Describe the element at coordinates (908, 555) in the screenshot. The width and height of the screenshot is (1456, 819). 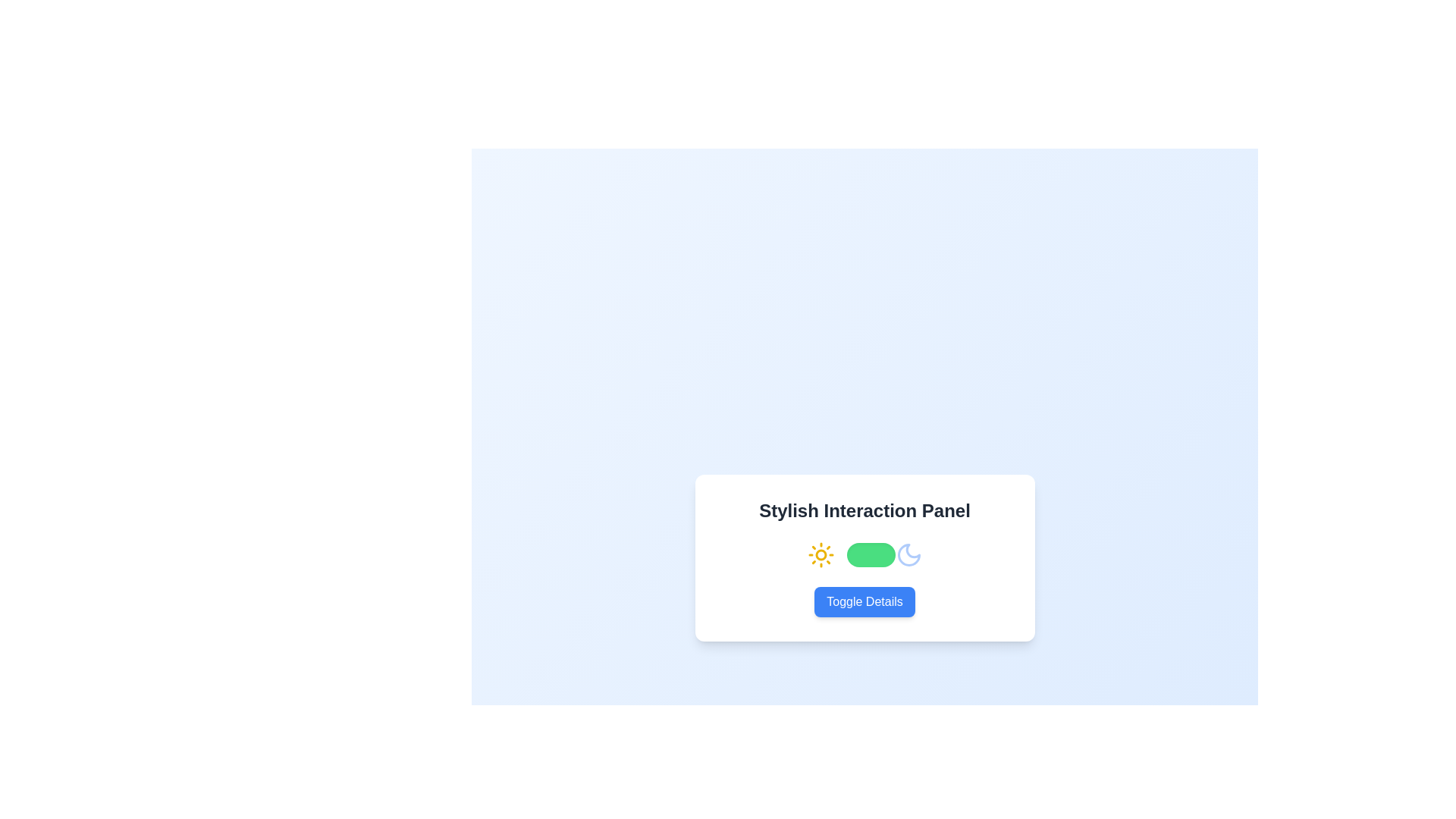
I see `the light blue crescent moon icon located at the rightmost side of the interactive panel` at that location.